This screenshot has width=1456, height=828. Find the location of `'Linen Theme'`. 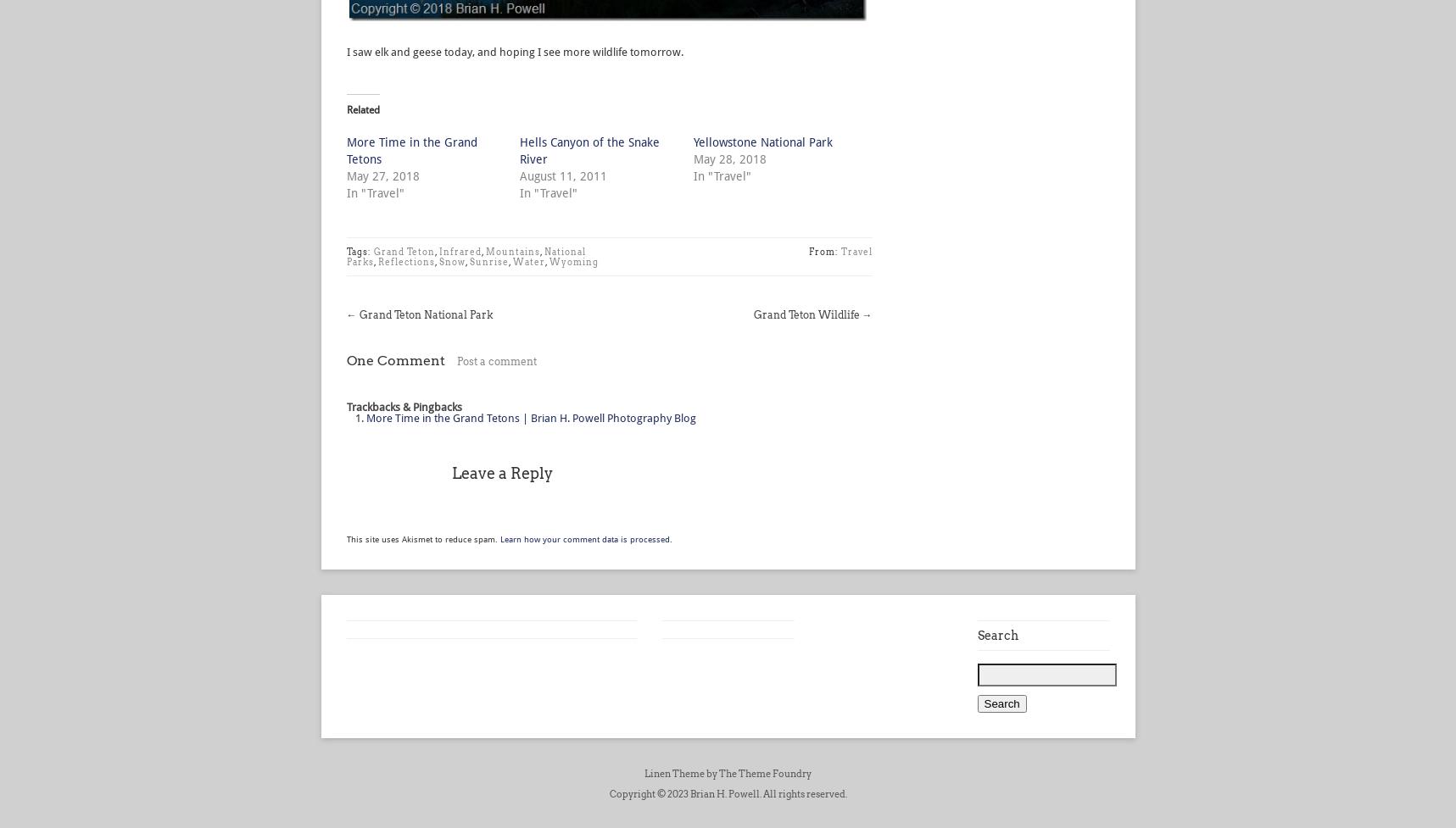

'Linen Theme' is located at coordinates (673, 773).